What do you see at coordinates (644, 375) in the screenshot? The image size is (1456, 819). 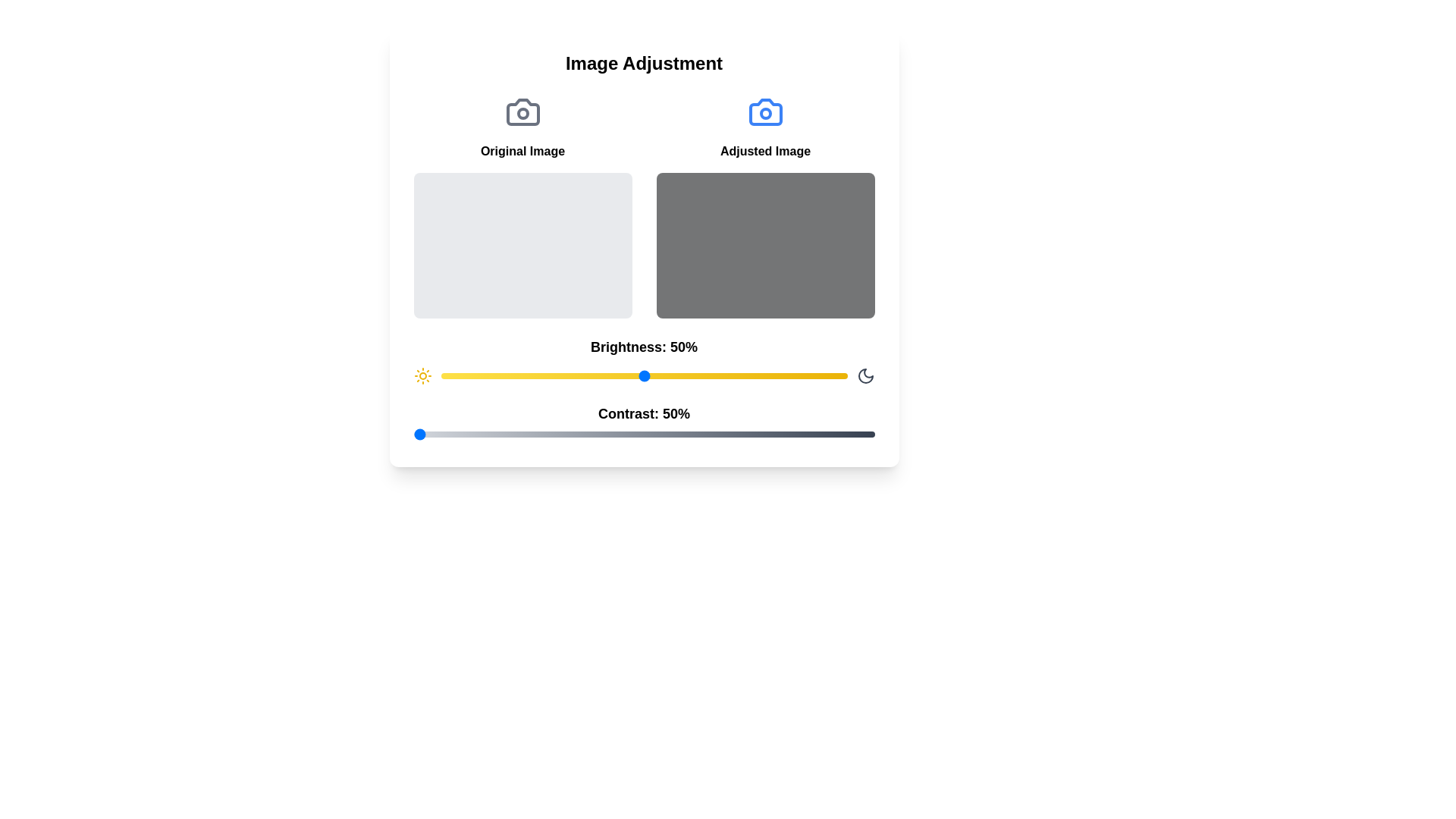 I see `the slider value` at bounding box center [644, 375].